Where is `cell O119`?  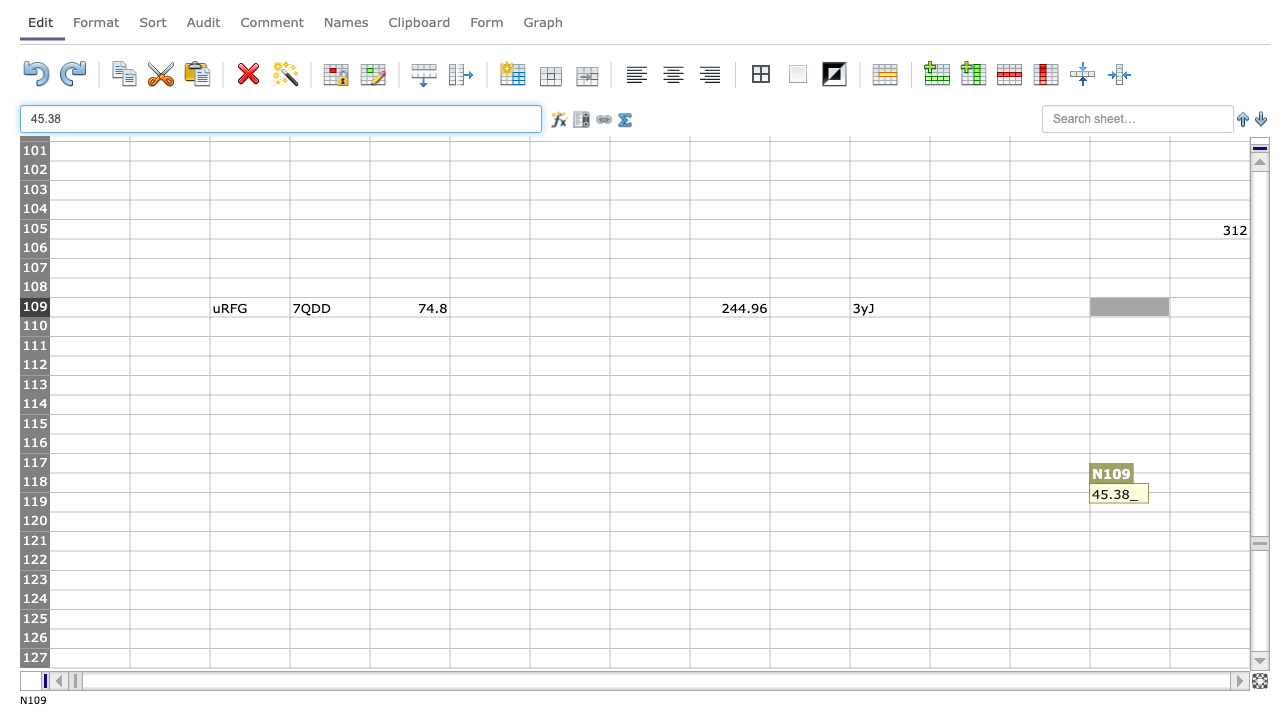 cell O119 is located at coordinates (1208, 501).